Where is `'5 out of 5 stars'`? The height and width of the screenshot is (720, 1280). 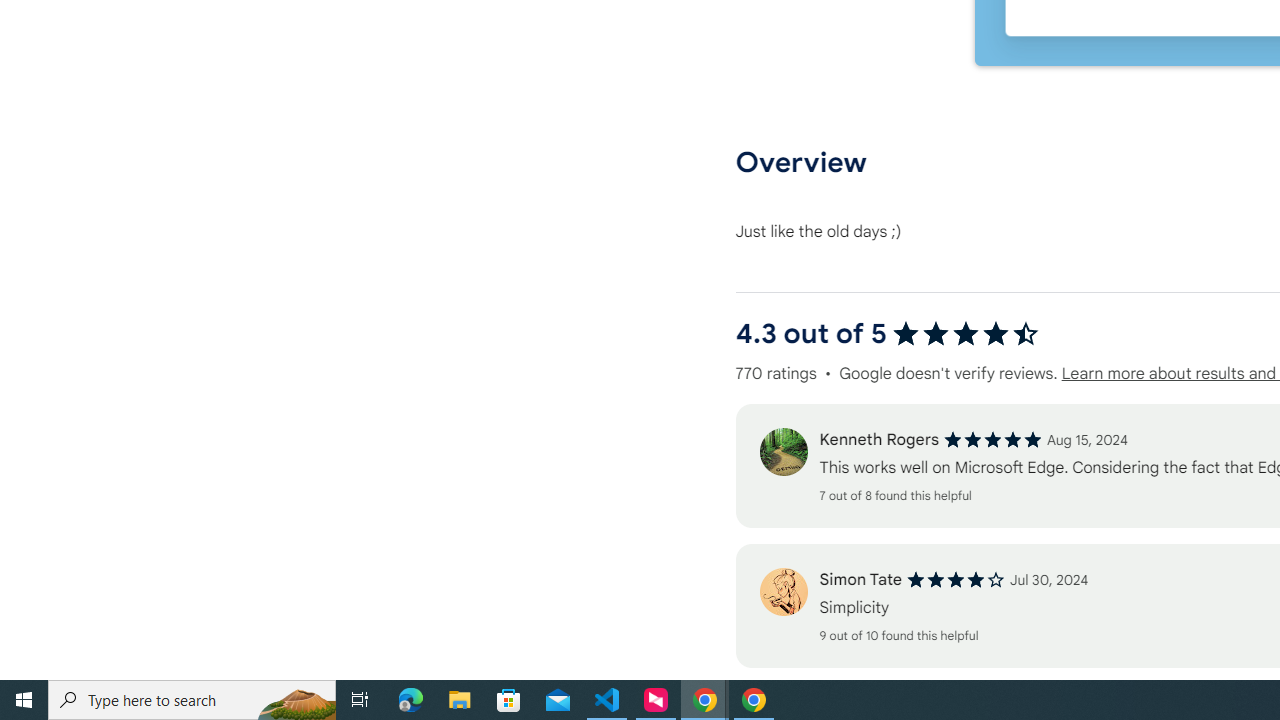 '5 out of 5 stars' is located at coordinates (992, 439).